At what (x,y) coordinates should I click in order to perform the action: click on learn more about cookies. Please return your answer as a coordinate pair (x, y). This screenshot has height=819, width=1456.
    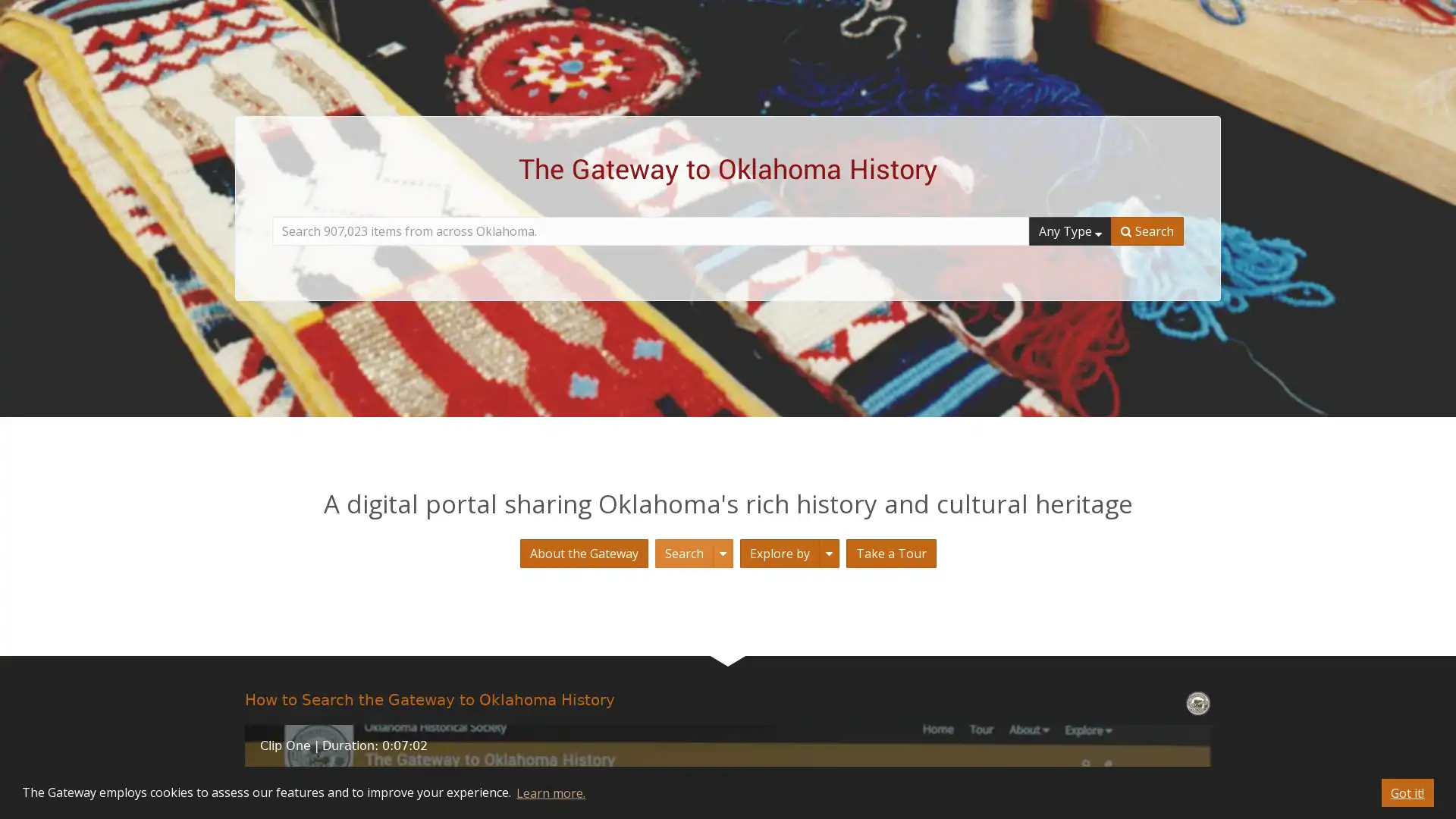
    Looking at the image, I should click on (549, 792).